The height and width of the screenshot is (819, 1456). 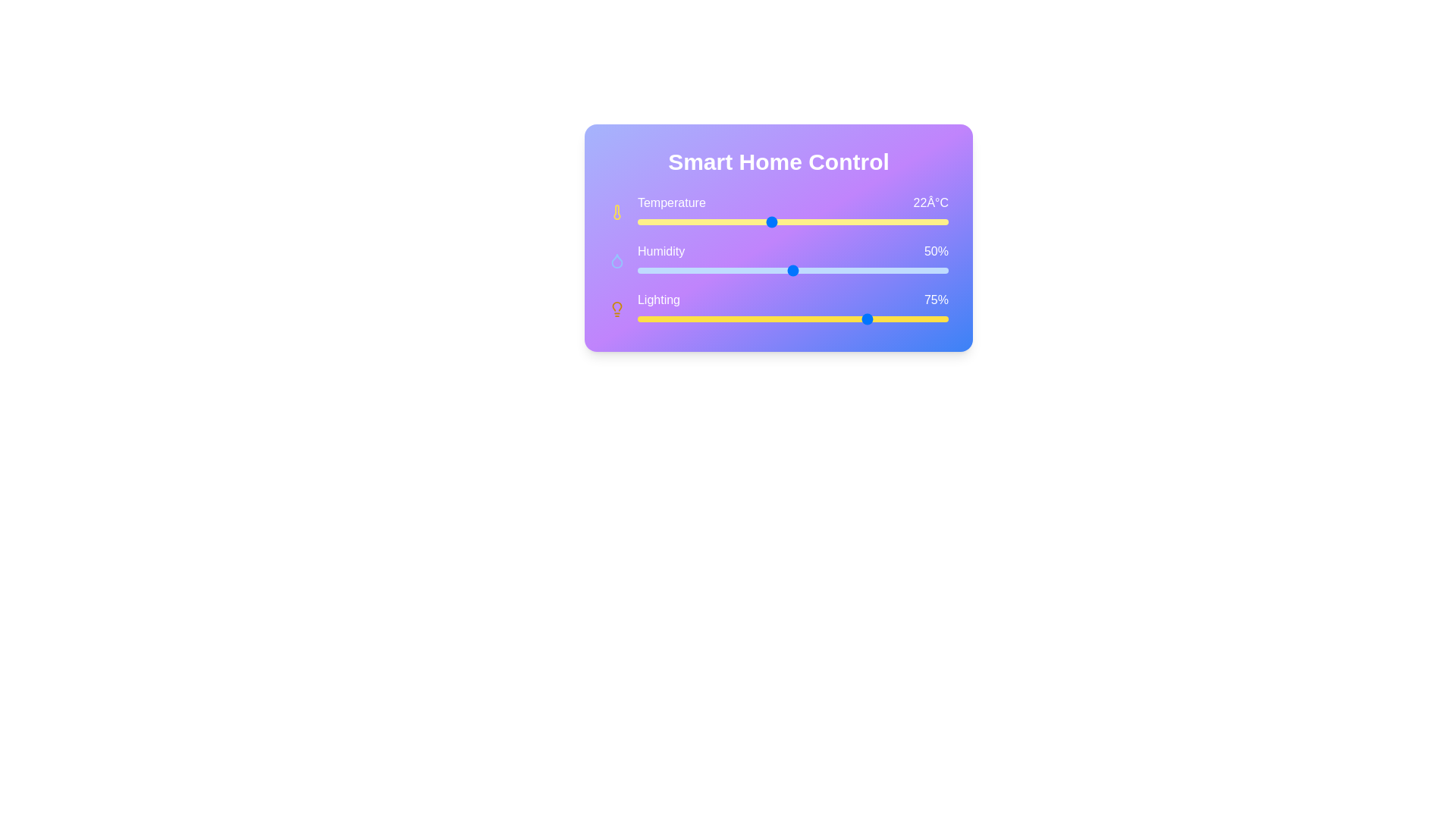 I want to click on the temperature slider to set the temperature to 28°C, so click(x=904, y=222).